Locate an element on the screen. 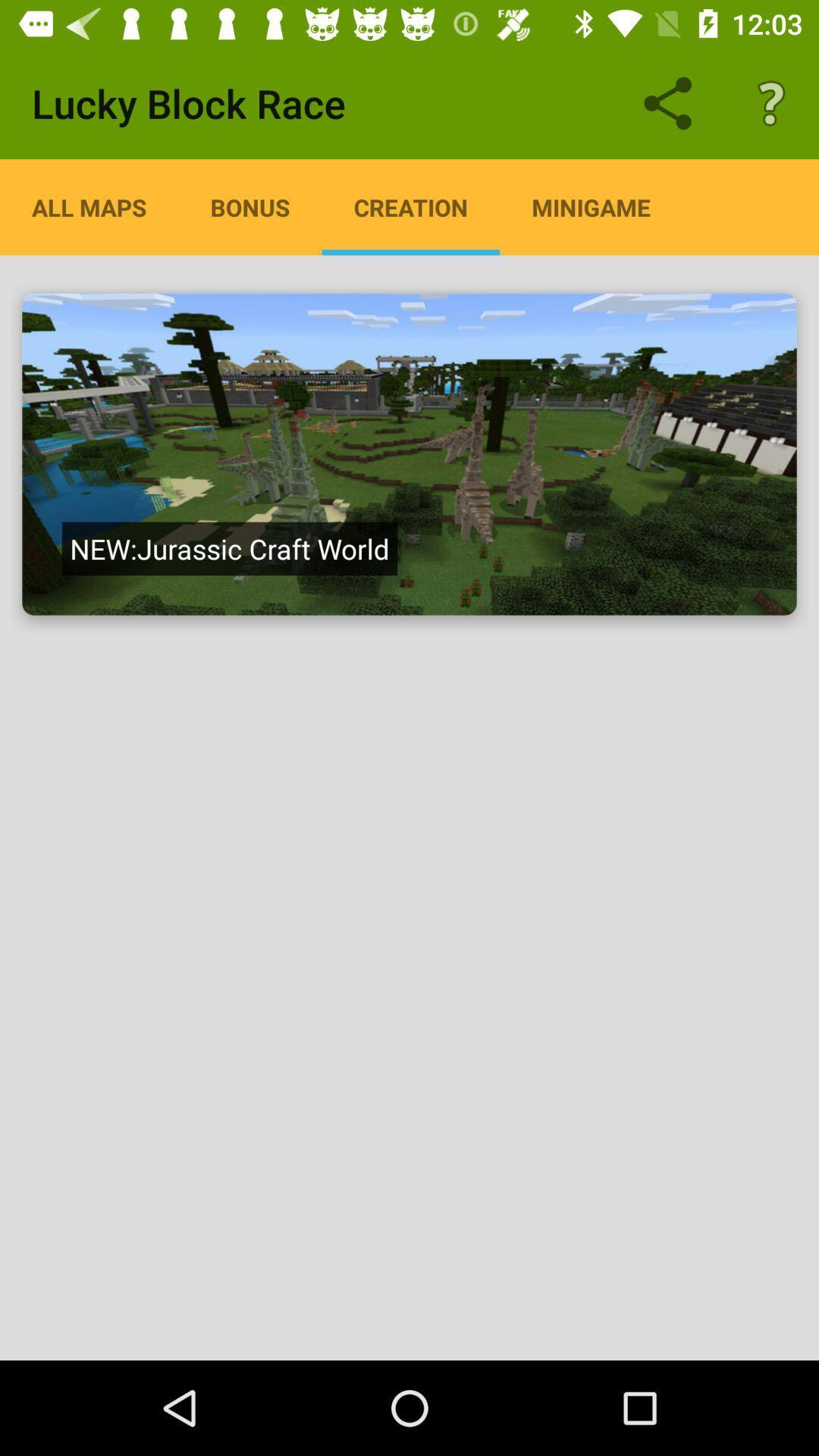 This screenshot has height=1456, width=819. the item next to creation app is located at coordinates (590, 206).